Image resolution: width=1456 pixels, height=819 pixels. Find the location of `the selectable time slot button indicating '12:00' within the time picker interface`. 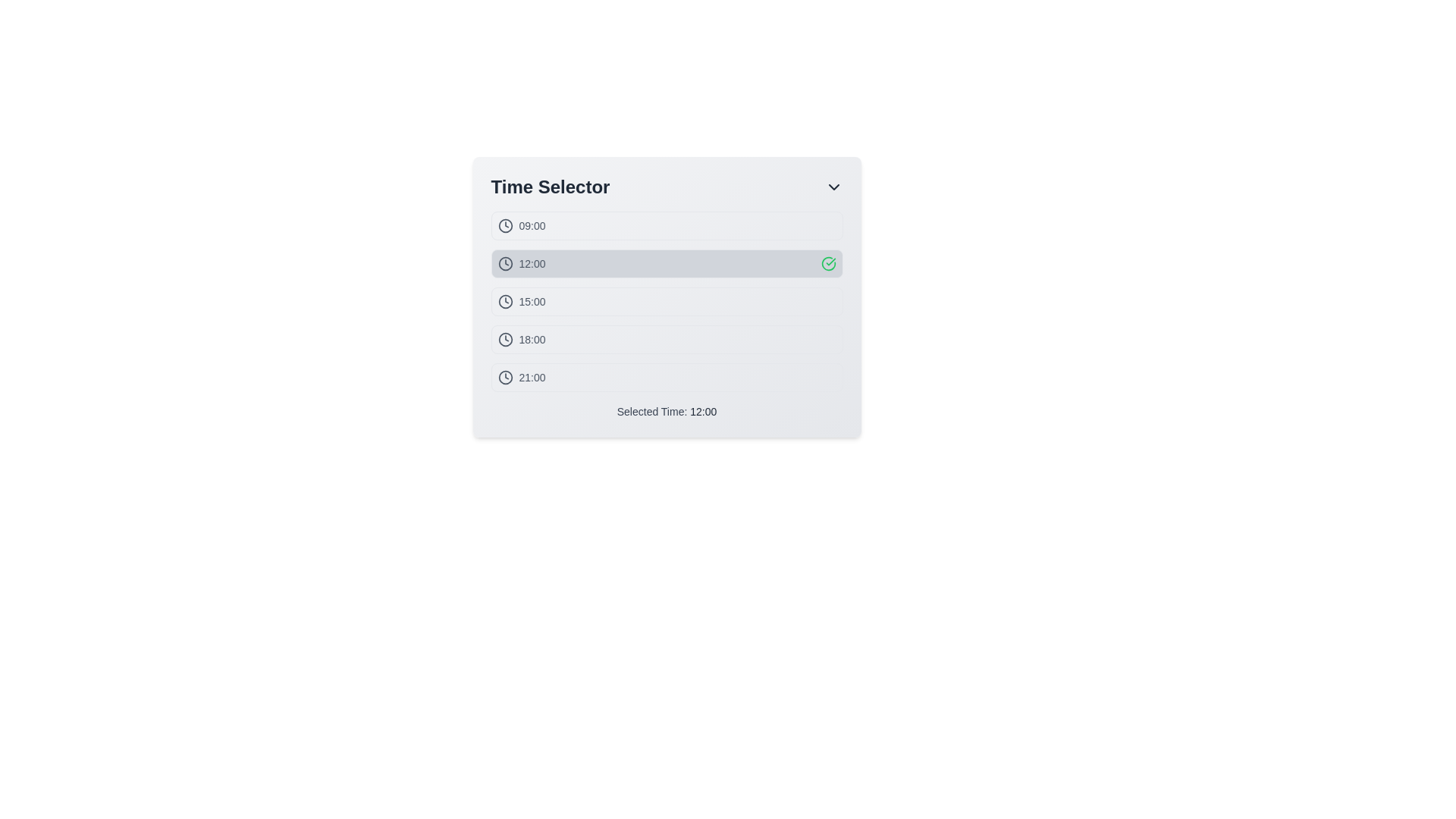

the selectable time slot button indicating '12:00' within the time picker interface is located at coordinates (667, 262).